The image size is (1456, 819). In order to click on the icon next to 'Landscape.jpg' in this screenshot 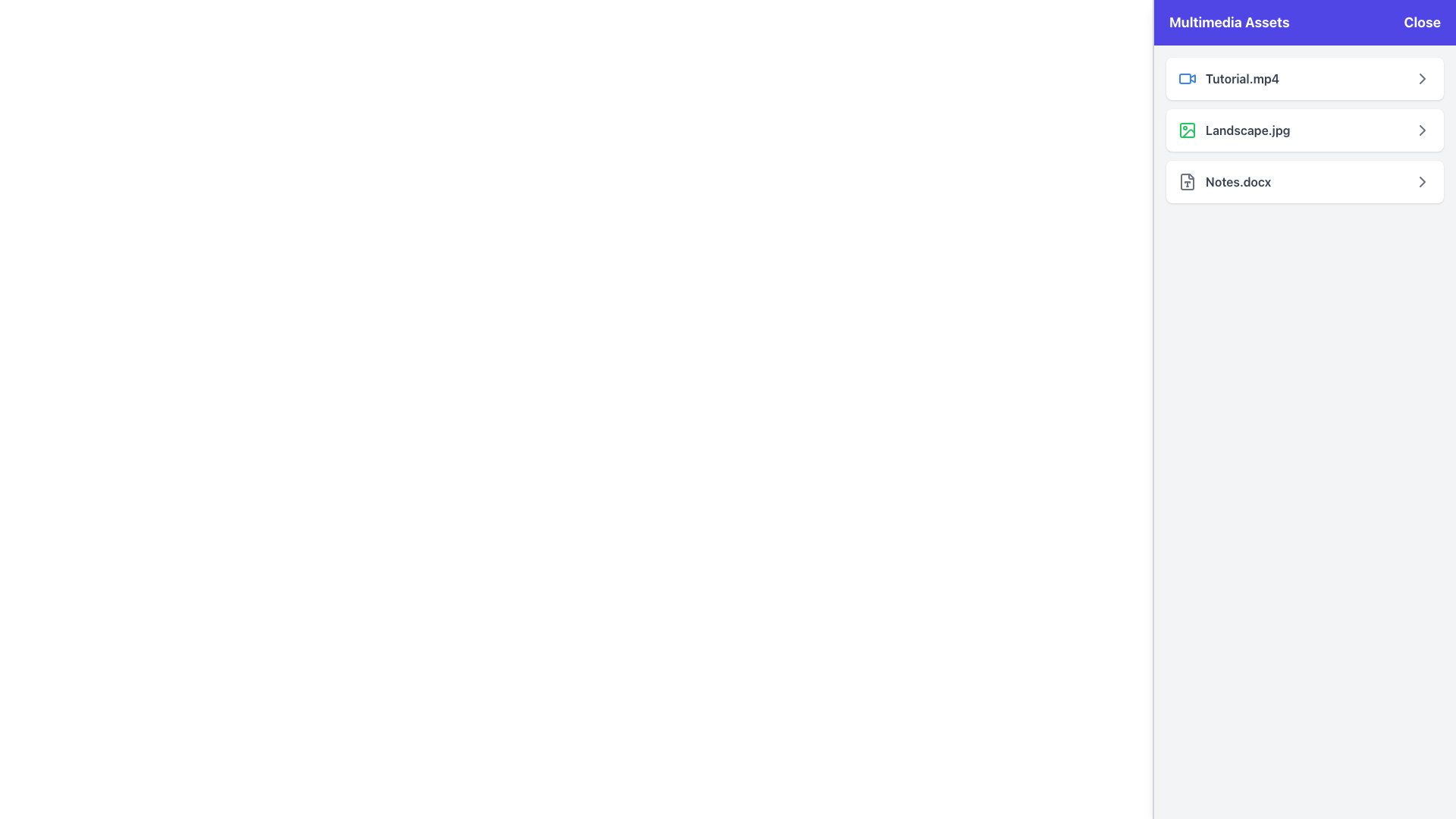, I will do `click(1422, 79)`.